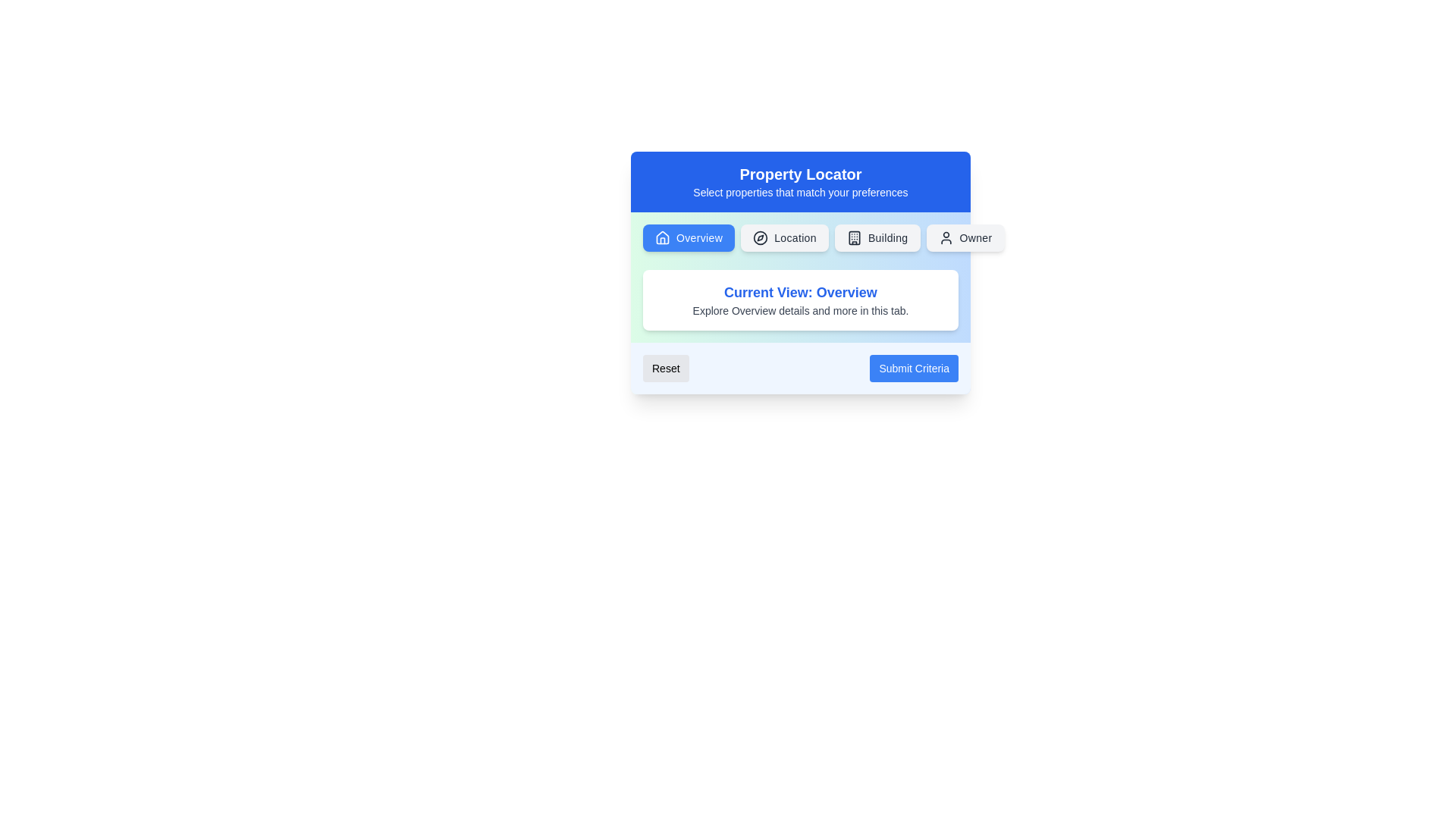  I want to click on the 'Building' text label in the navigation tab, so click(888, 237).